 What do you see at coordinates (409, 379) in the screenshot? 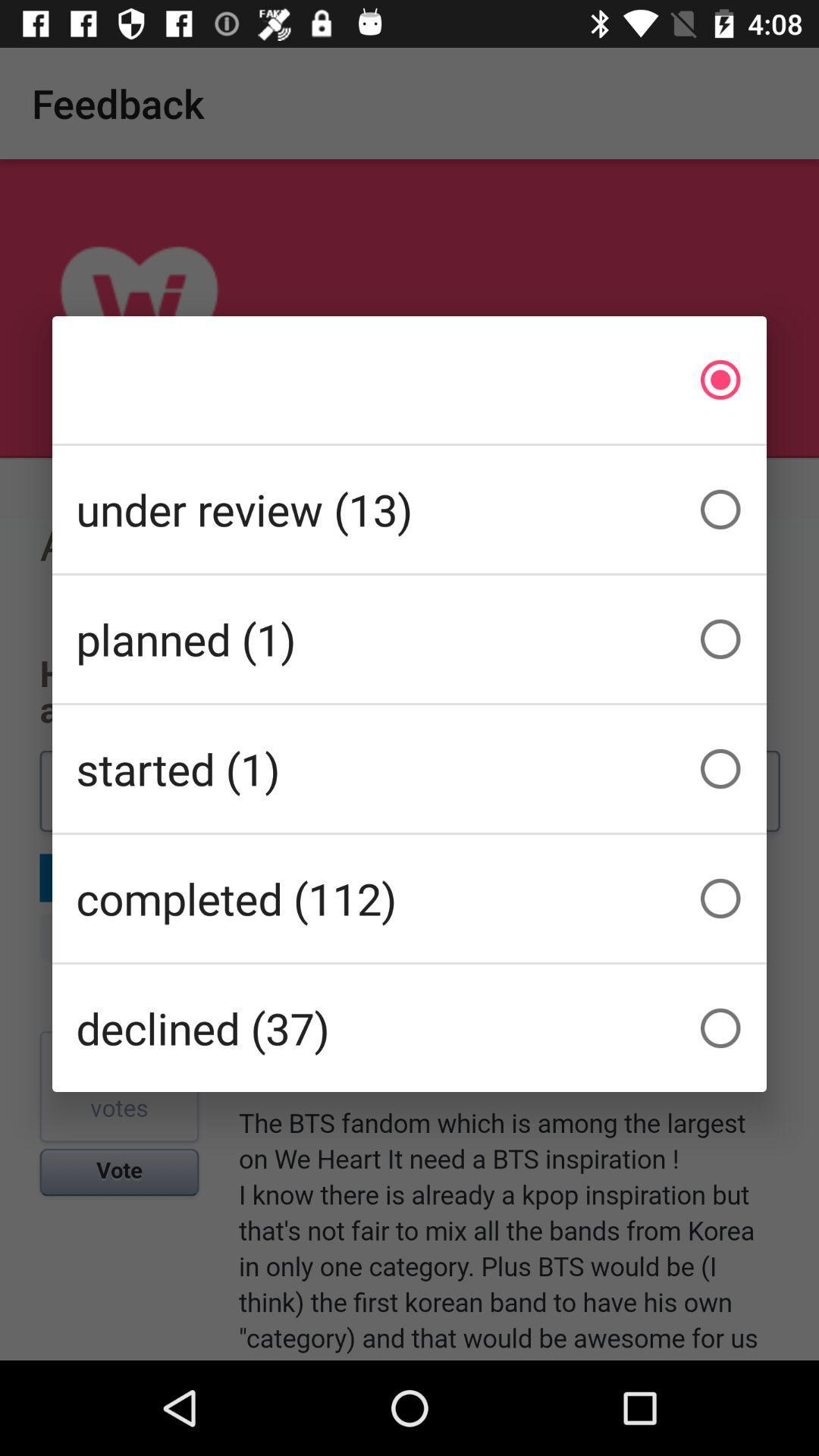
I see `the item at the top` at bounding box center [409, 379].